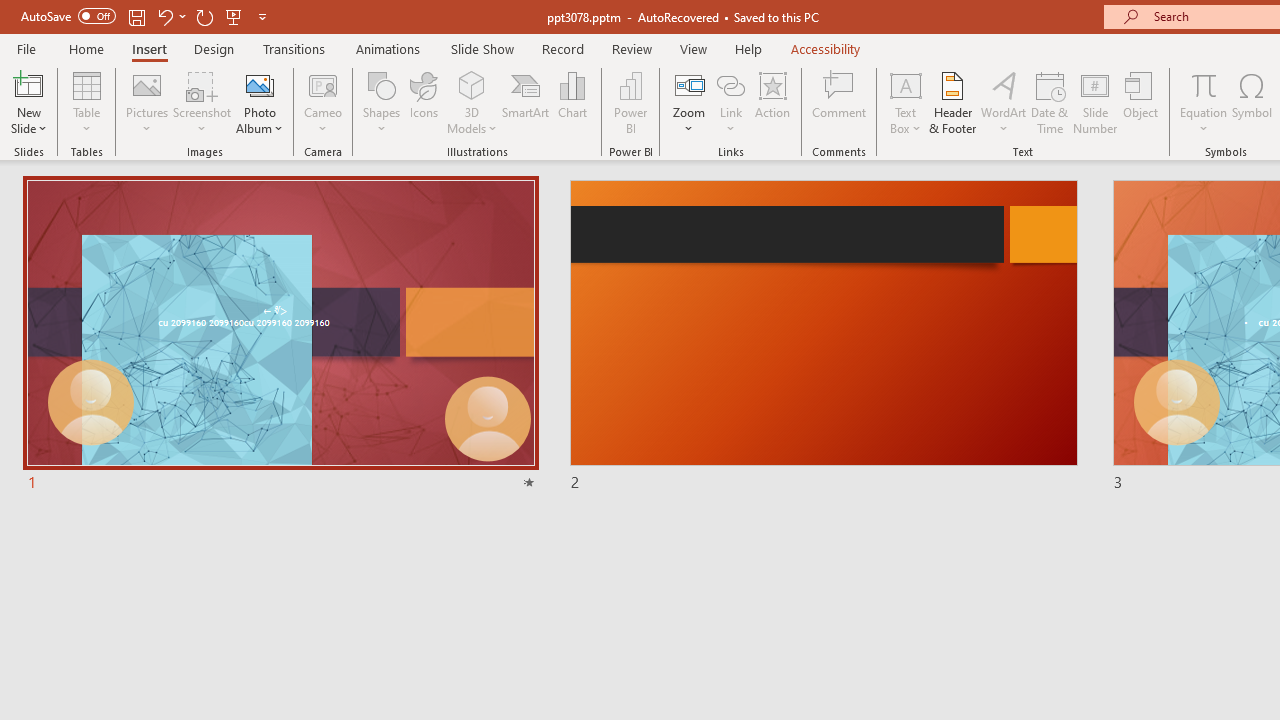 Image resolution: width=1280 pixels, height=720 pixels. I want to click on 'Comment', so click(839, 103).